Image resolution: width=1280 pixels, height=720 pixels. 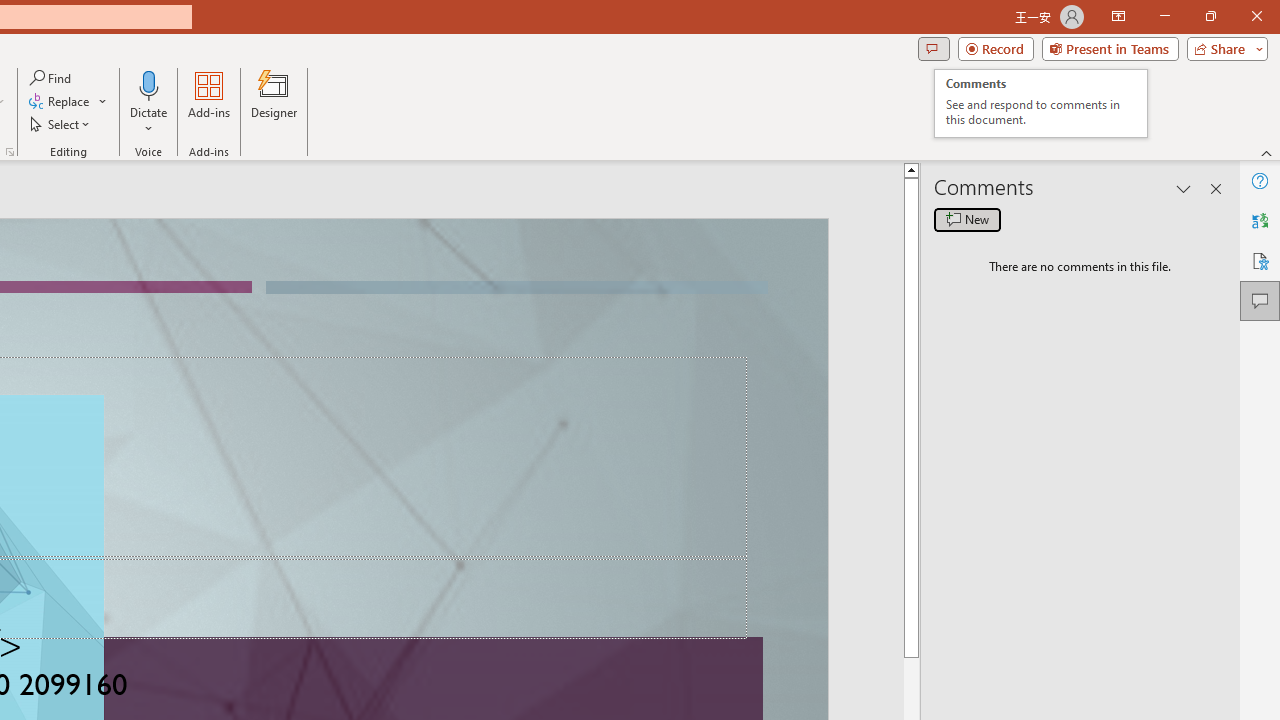 What do you see at coordinates (967, 219) in the screenshot?
I see `'New comment'` at bounding box center [967, 219].